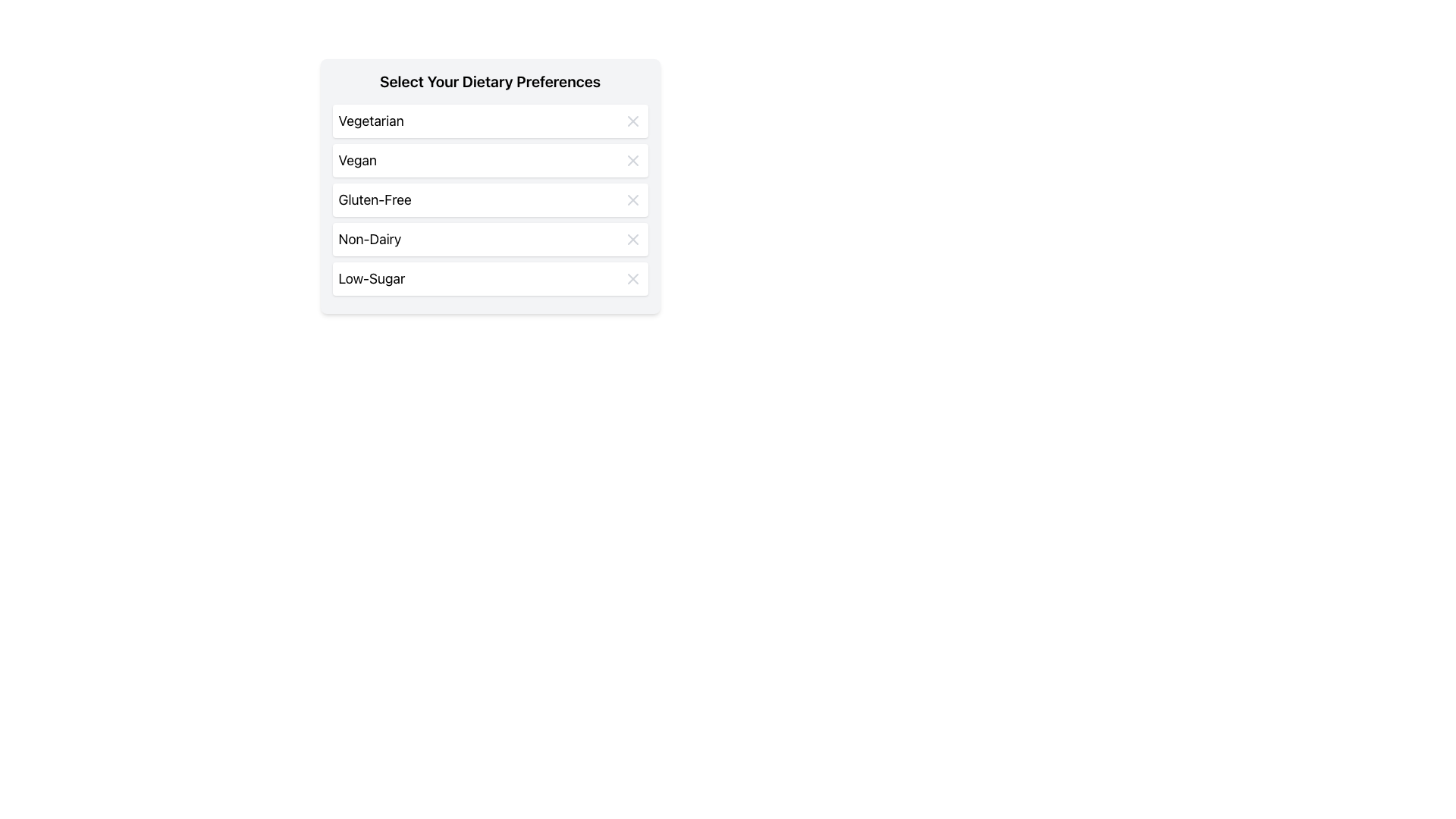  I want to click on more details about the selectable dietary preference labeled 'Low-Sugar', which is the last item in the interactive list of dietary preferences, so click(490, 278).